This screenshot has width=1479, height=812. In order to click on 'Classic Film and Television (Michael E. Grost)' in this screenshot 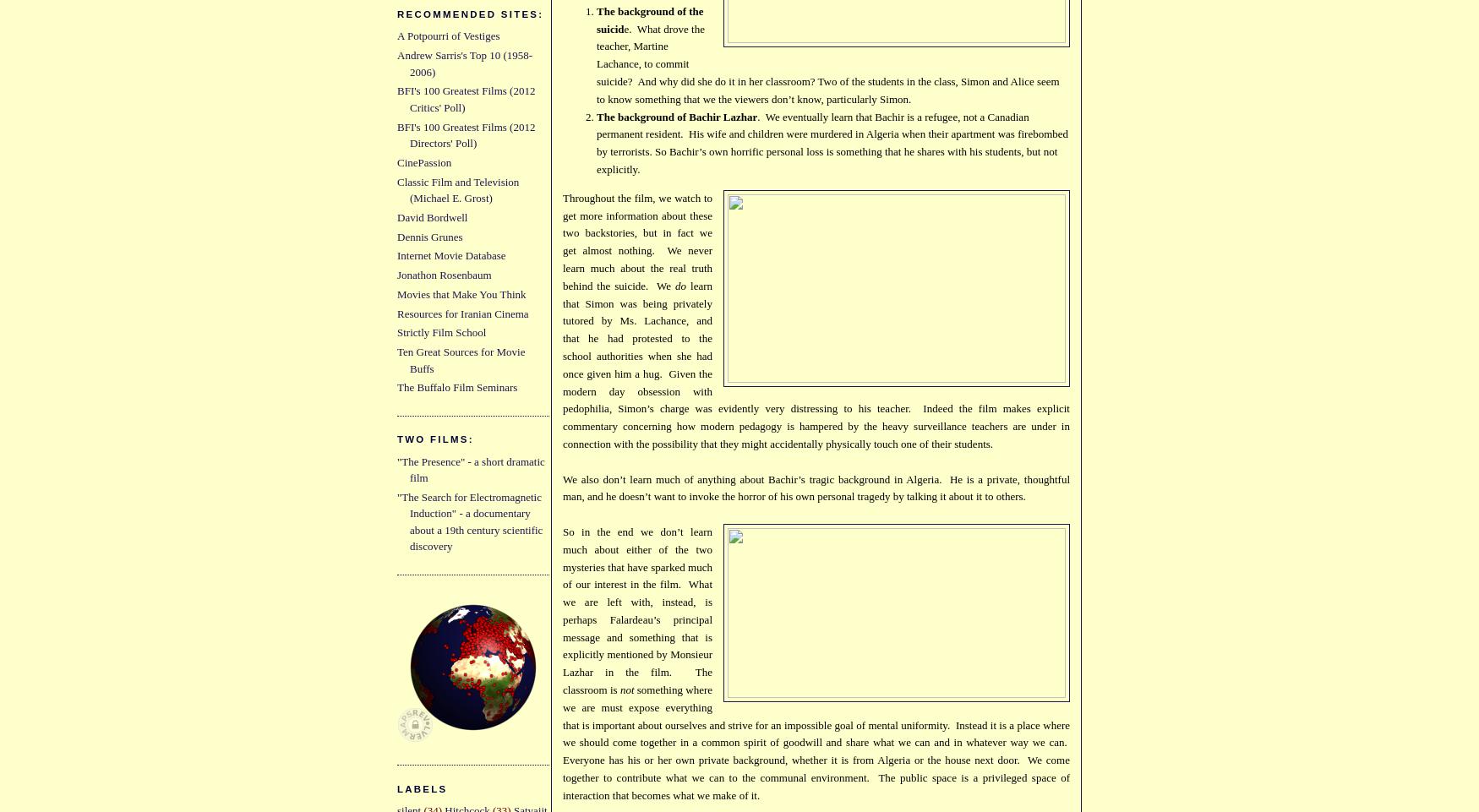, I will do `click(456, 188)`.